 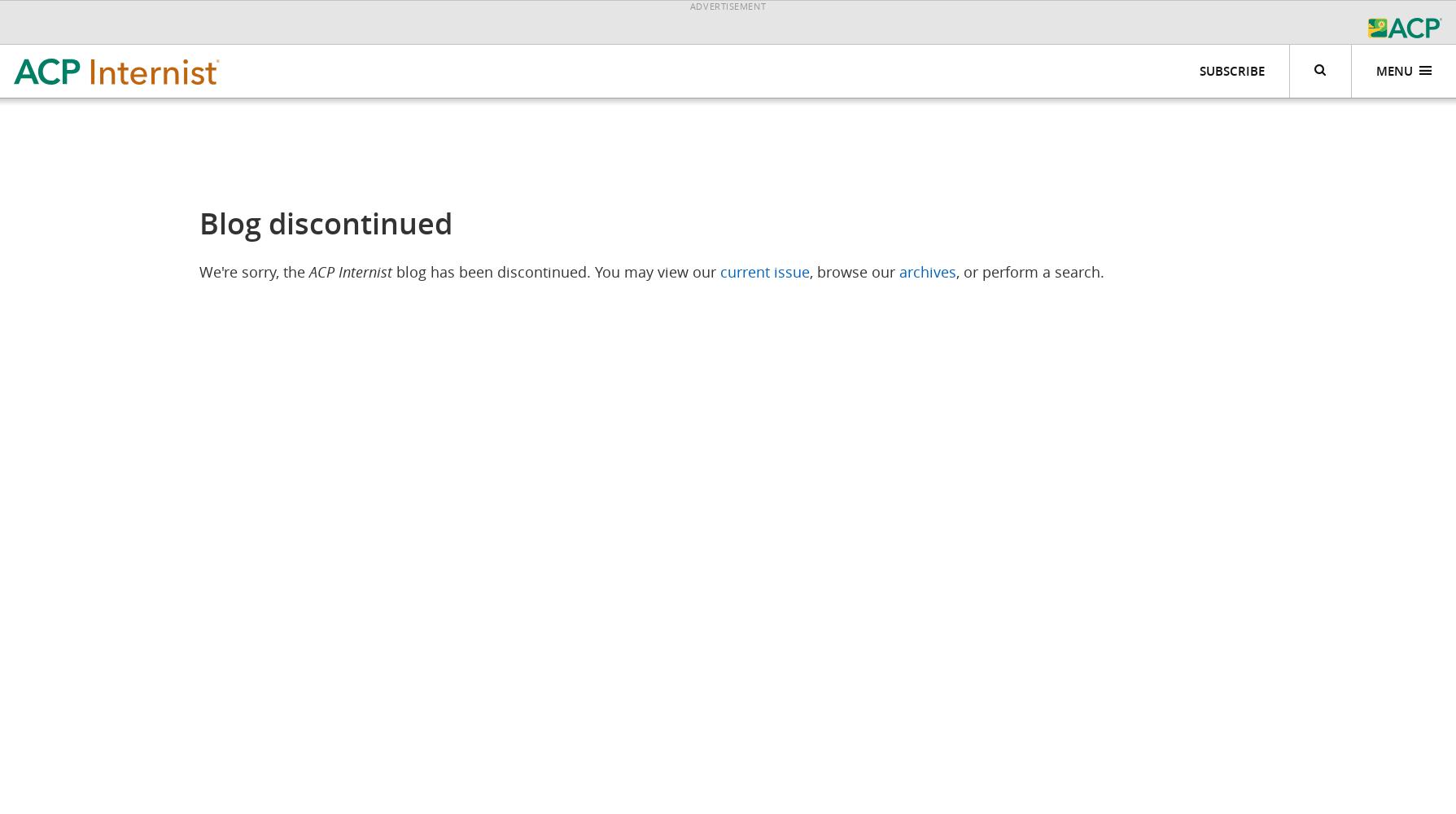 What do you see at coordinates (1230, 70) in the screenshot?
I see `'Subscribe'` at bounding box center [1230, 70].